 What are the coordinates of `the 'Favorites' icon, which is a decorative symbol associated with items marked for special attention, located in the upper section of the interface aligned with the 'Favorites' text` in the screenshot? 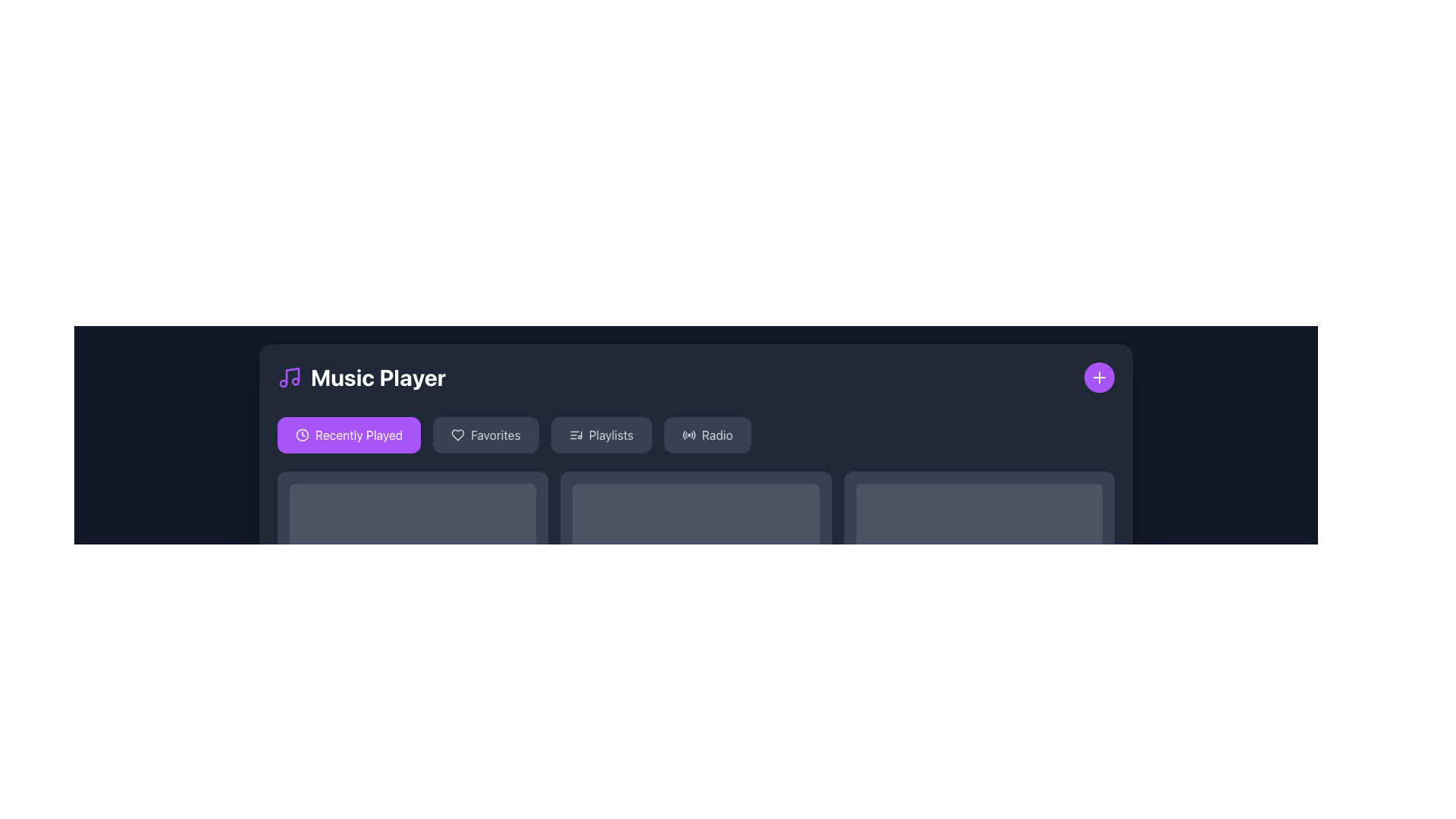 It's located at (457, 435).